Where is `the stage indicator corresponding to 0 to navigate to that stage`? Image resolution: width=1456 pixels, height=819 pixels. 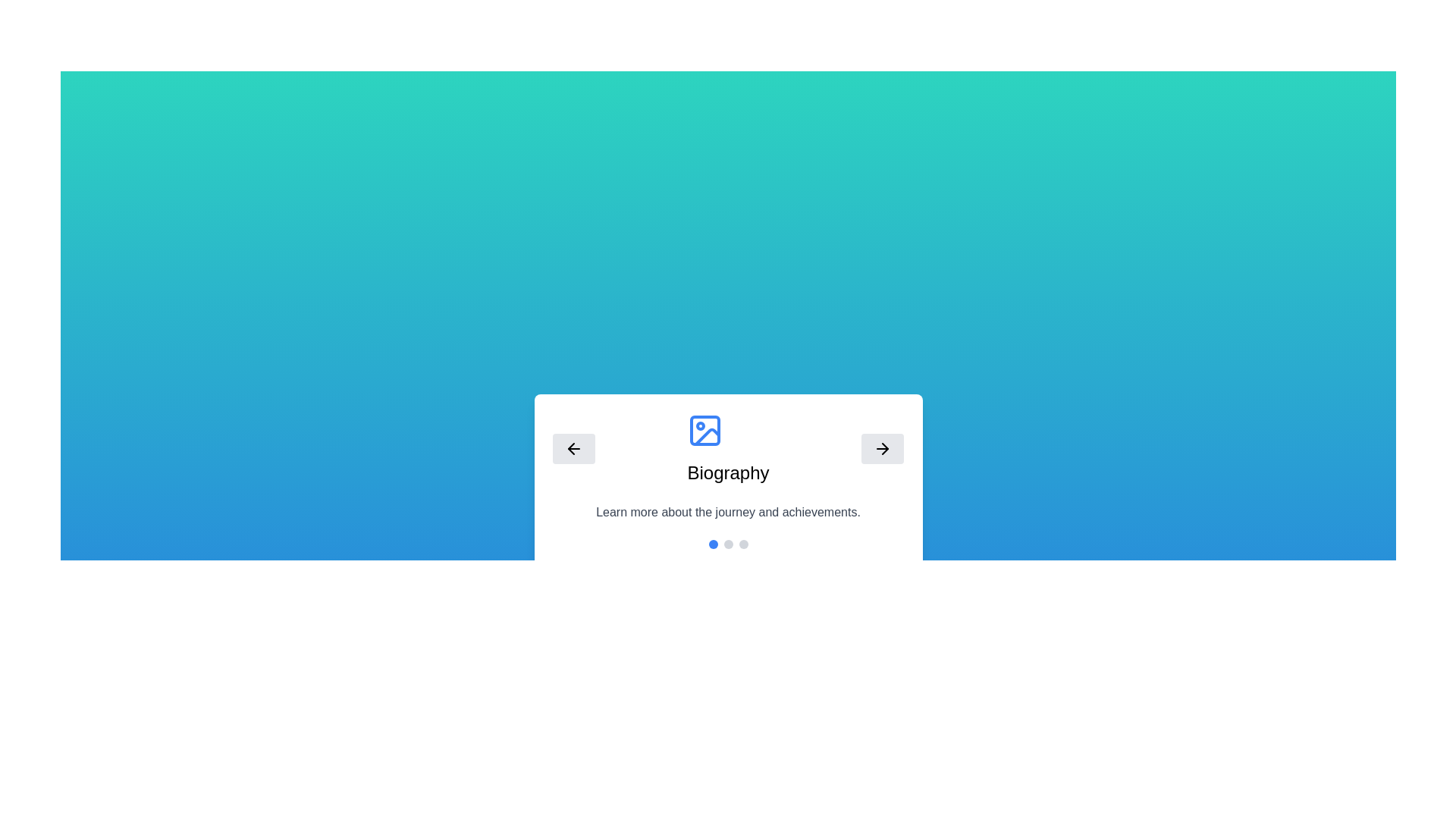 the stage indicator corresponding to 0 to navigate to that stage is located at coordinates (712, 543).